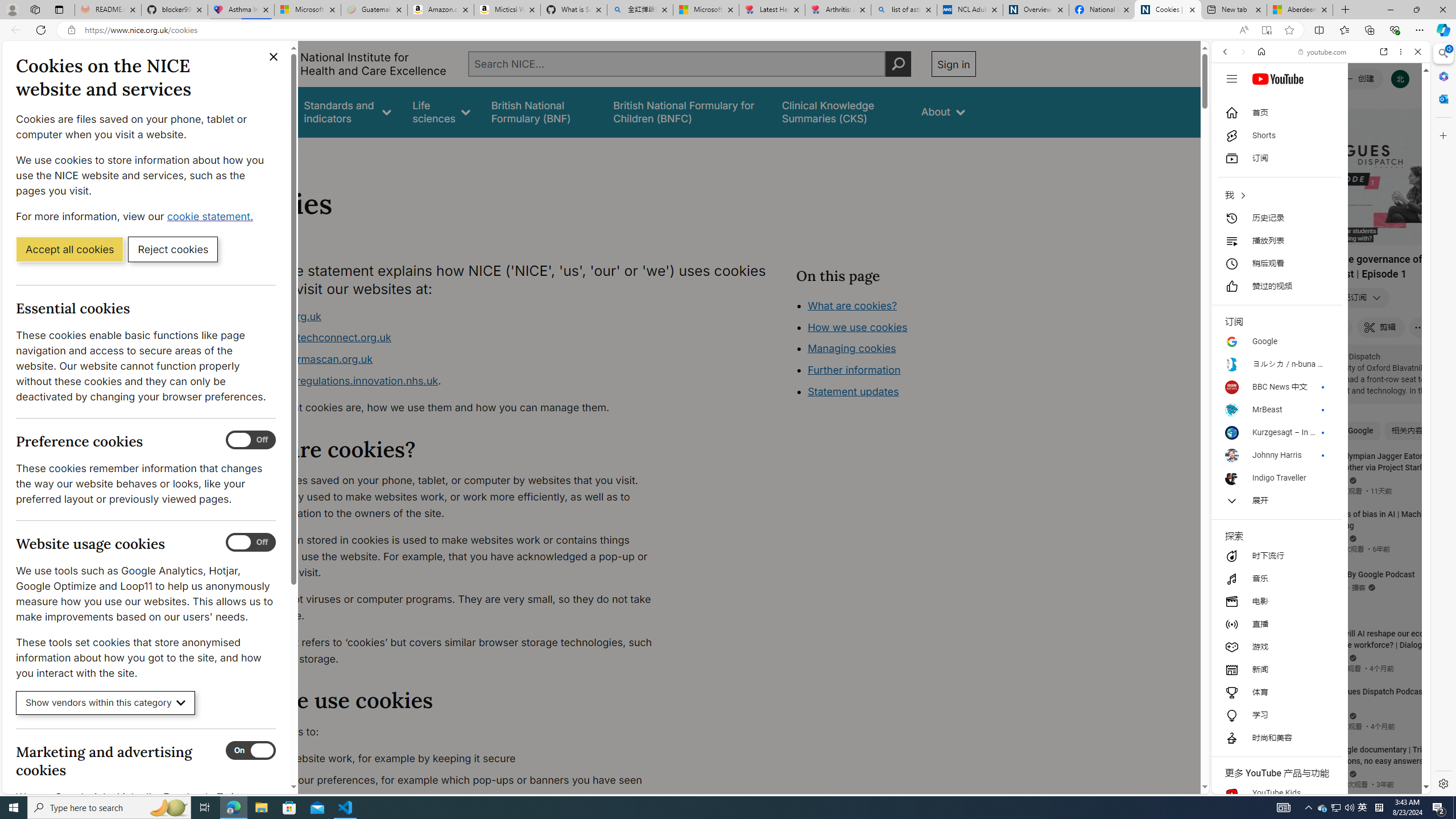  Describe the element at coordinates (1442, 135) in the screenshot. I see `'Close Customize pane'` at that location.